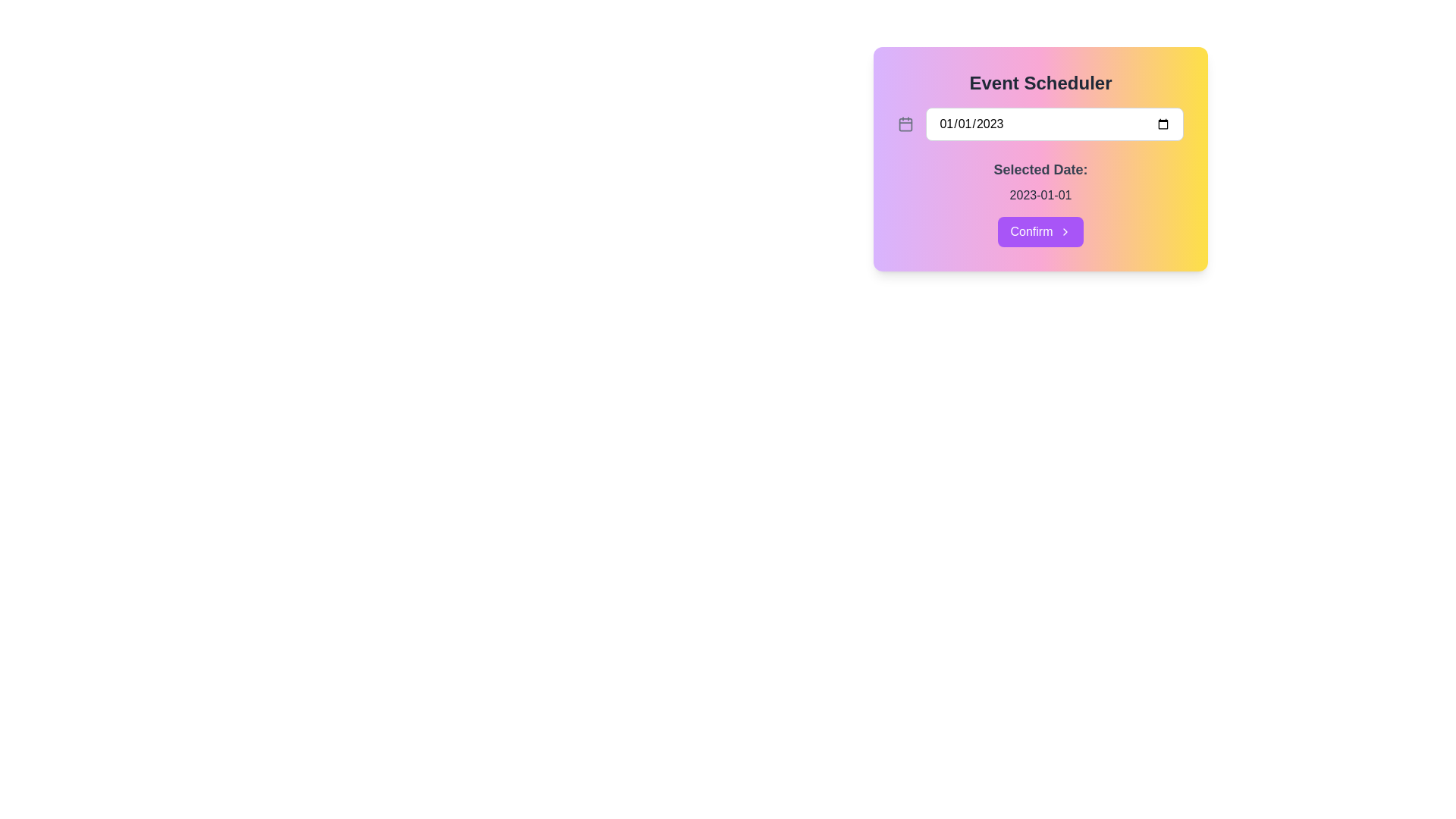 This screenshot has width=1456, height=819. What do you see at coordinates (1064, 231) in the screenshot?
I see `the chevron-style arrow icon located to the right of the 'Confirm' button, which is styled with a thin, outlined stroke design and matches the button's color` at bounding box center [1064, 231].